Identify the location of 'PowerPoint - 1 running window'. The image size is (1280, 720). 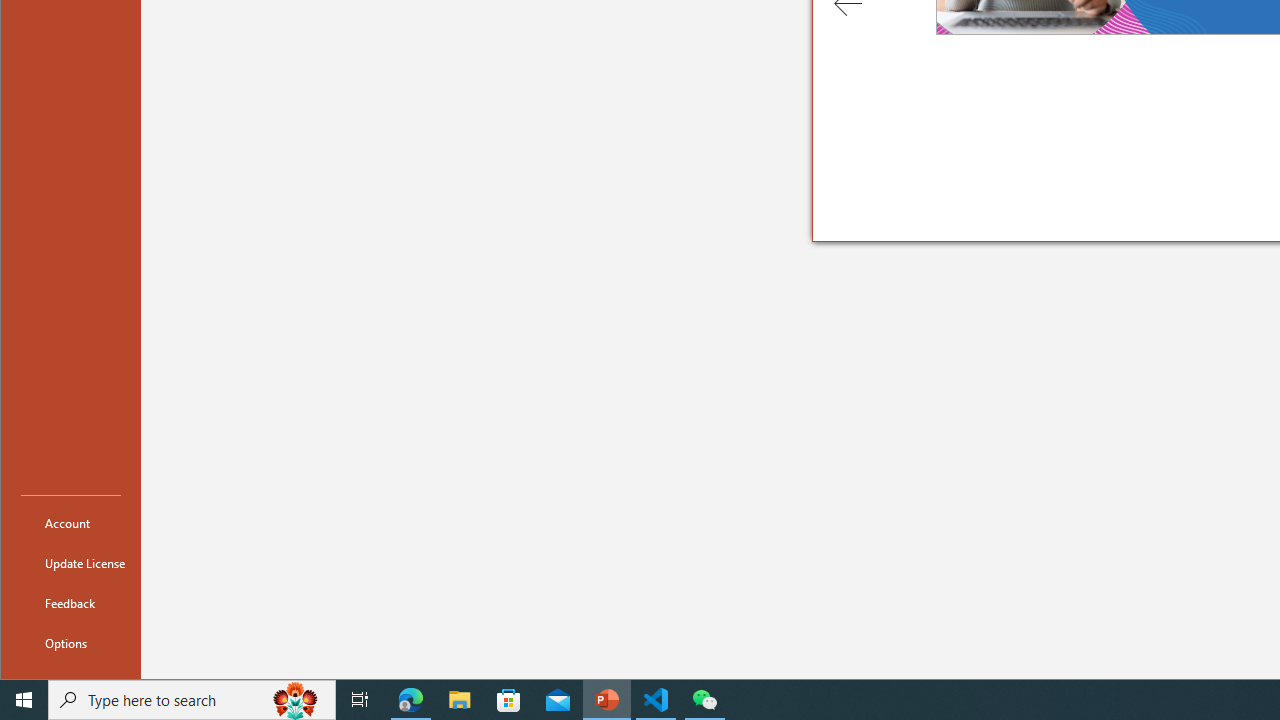
(606, 698).